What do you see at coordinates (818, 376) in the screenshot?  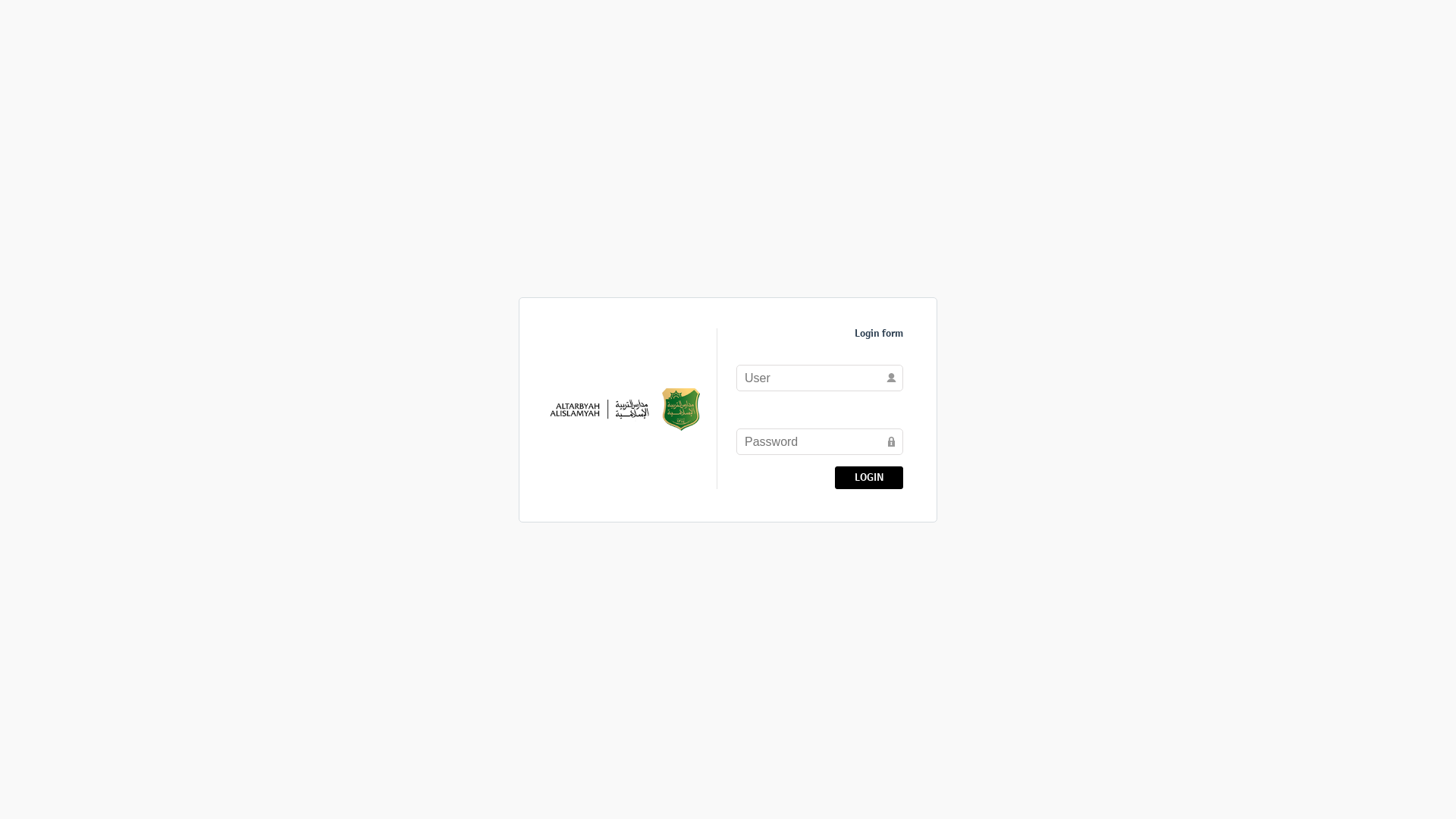 I see `'Username'` at bounding box center [818, 376].